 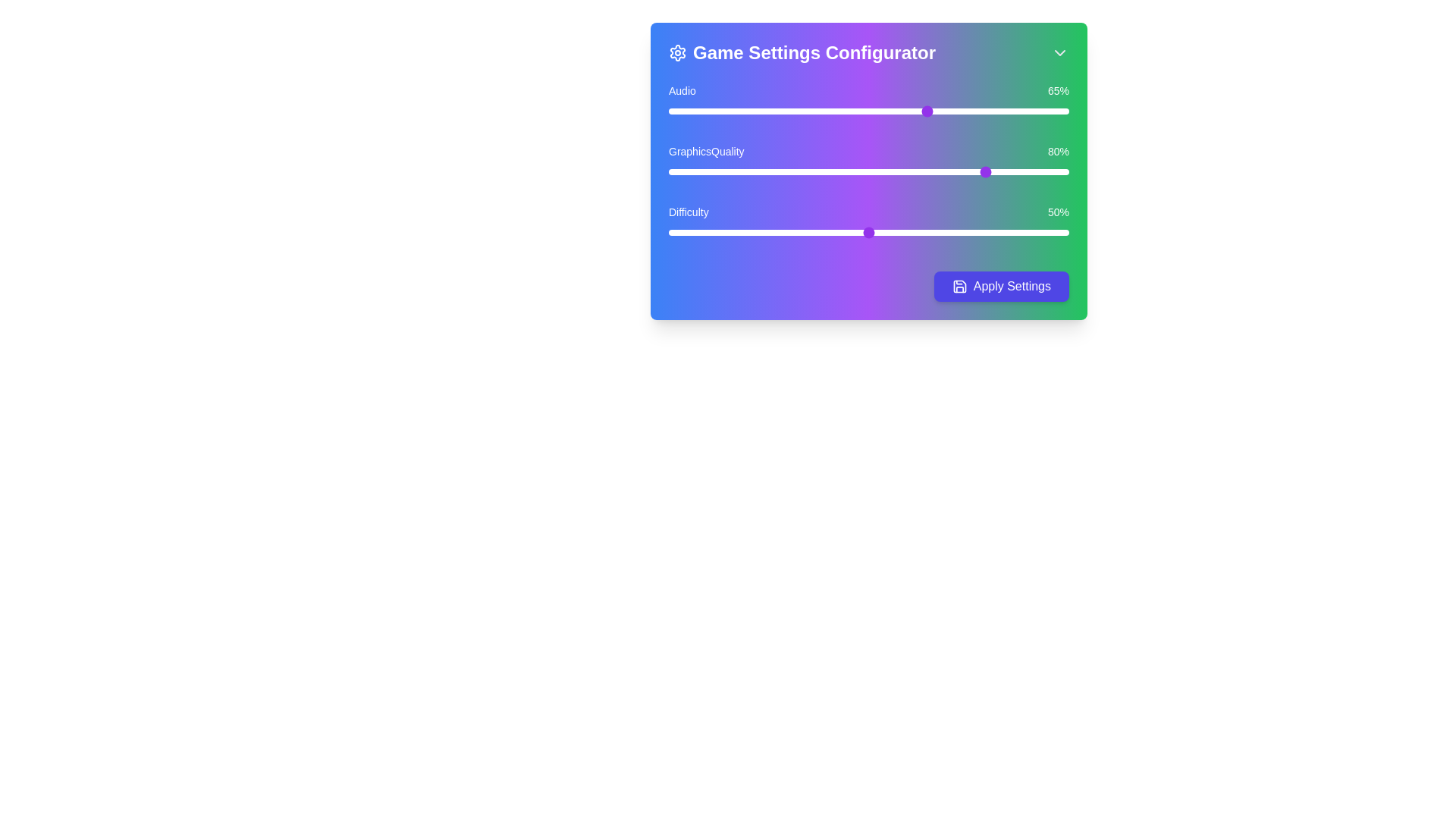 What do you see at coordinates (708, 110) in the screenshot?
I see `the audio slider` at bounding box center [708, 110].